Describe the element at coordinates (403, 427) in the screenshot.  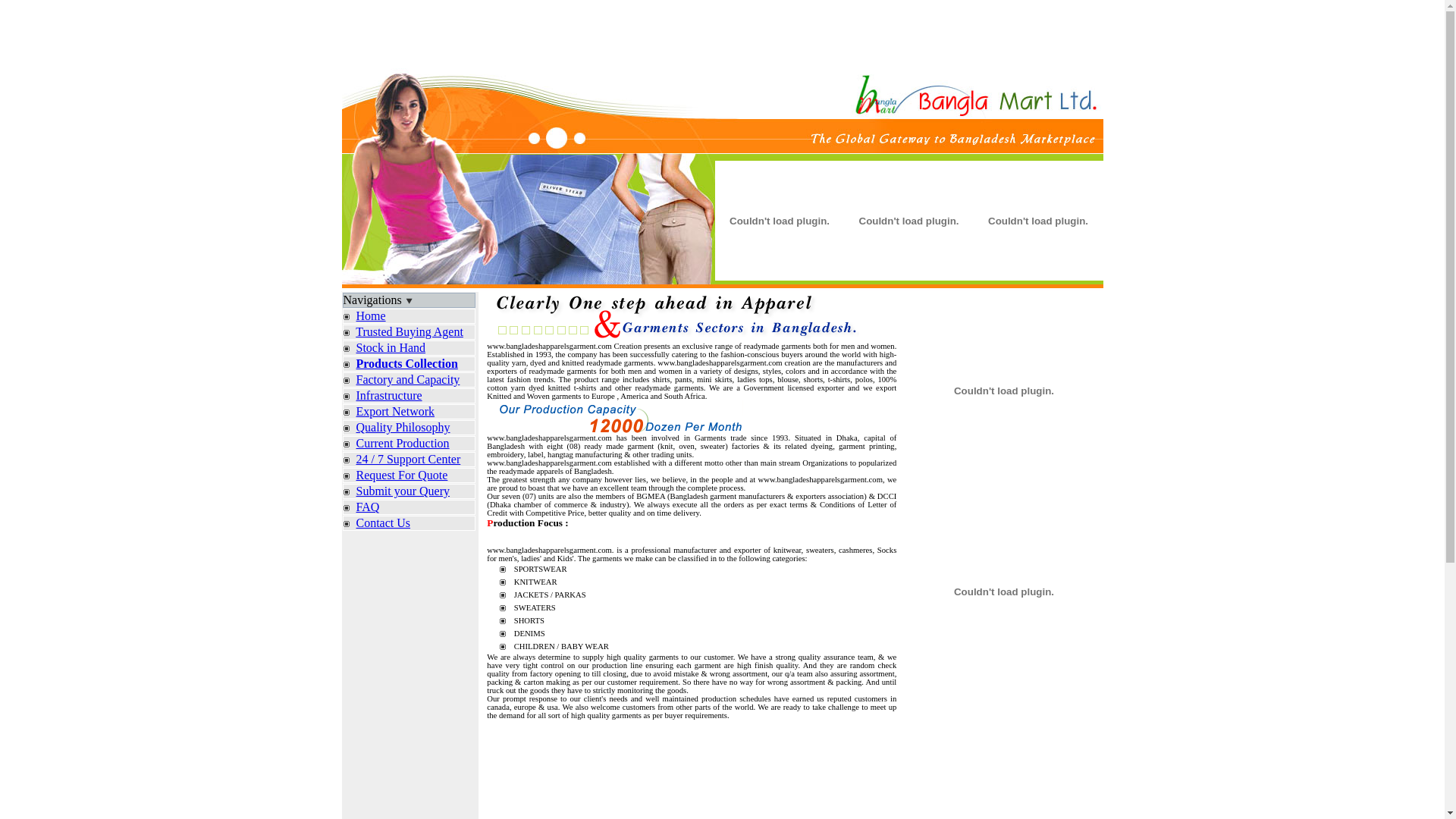
I see `'Quality Philosophy'` at that location.